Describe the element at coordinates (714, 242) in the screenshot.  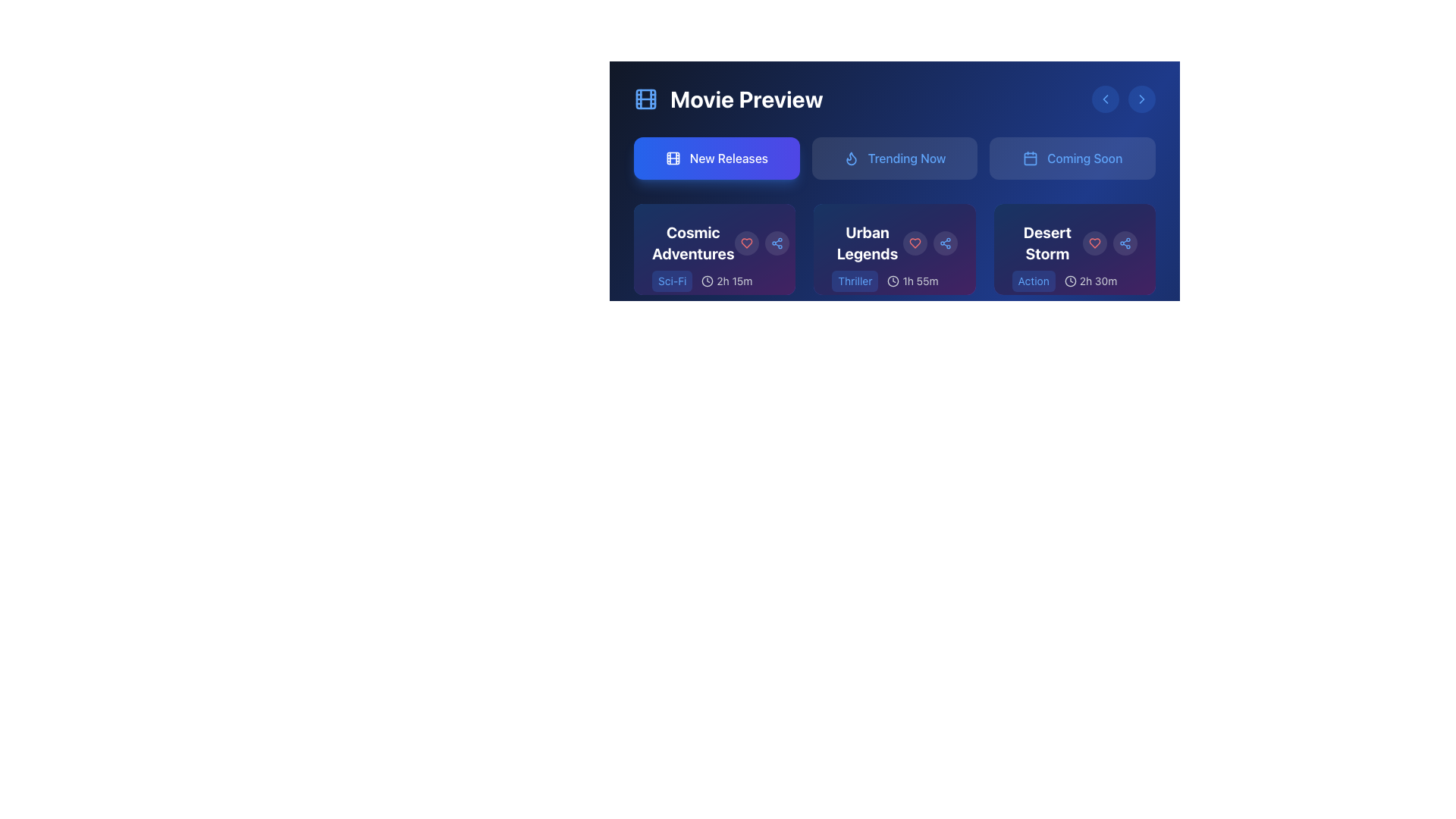
I see `text displayed in the movie title label located directly beneath the 'Movie Preview' header section` at that location.